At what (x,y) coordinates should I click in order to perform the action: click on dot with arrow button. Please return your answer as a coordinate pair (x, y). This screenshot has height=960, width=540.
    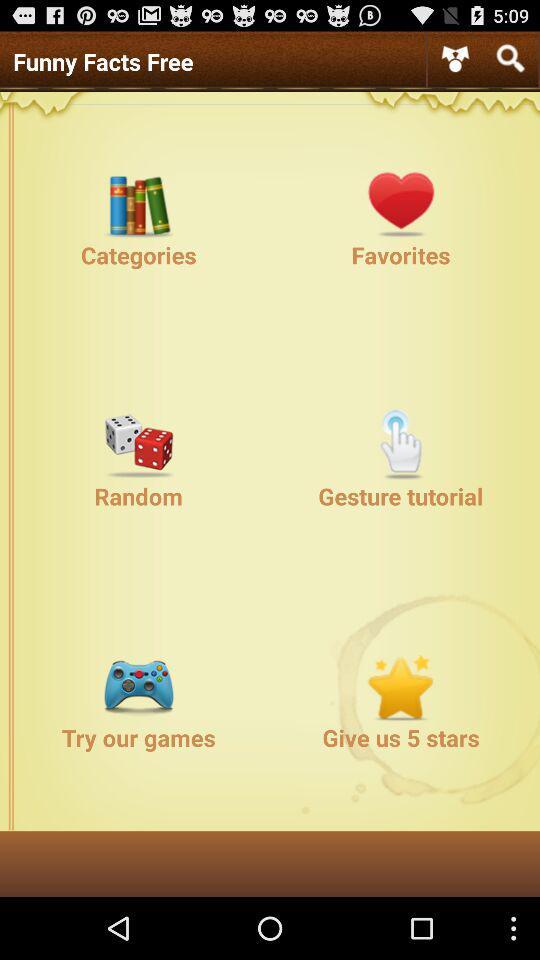
    Looking at the image, I should click on (455, 58).